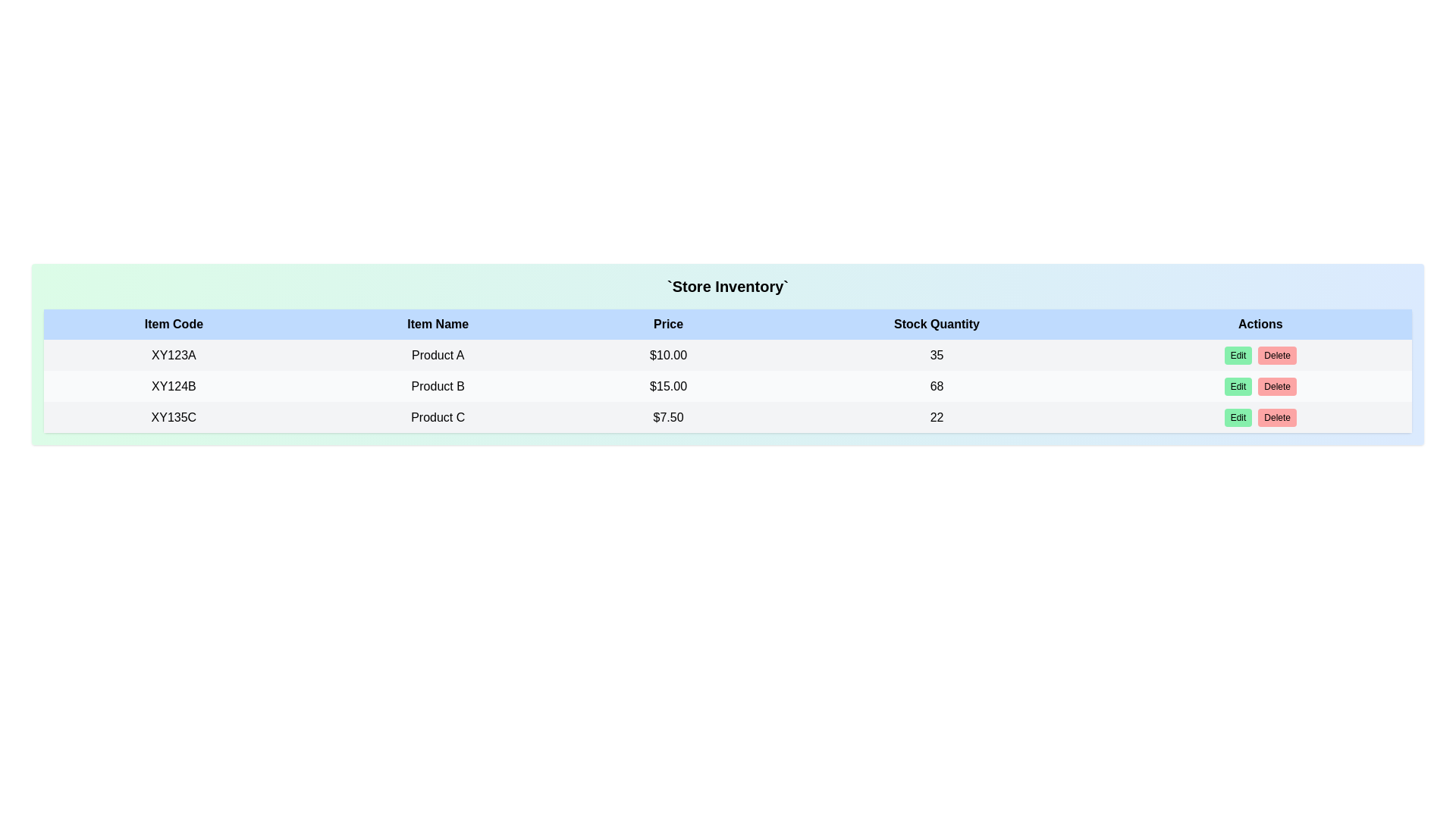 Image resolution: width=1456 pixels, height=819 pixels. Describe the element at coordinates (1260, 417) in the screenshot. I see `the 'Edit' button, which is styled with a green background and located in the final column of the row for 'XY135C' in the 'Store Inventory' table` at that location.